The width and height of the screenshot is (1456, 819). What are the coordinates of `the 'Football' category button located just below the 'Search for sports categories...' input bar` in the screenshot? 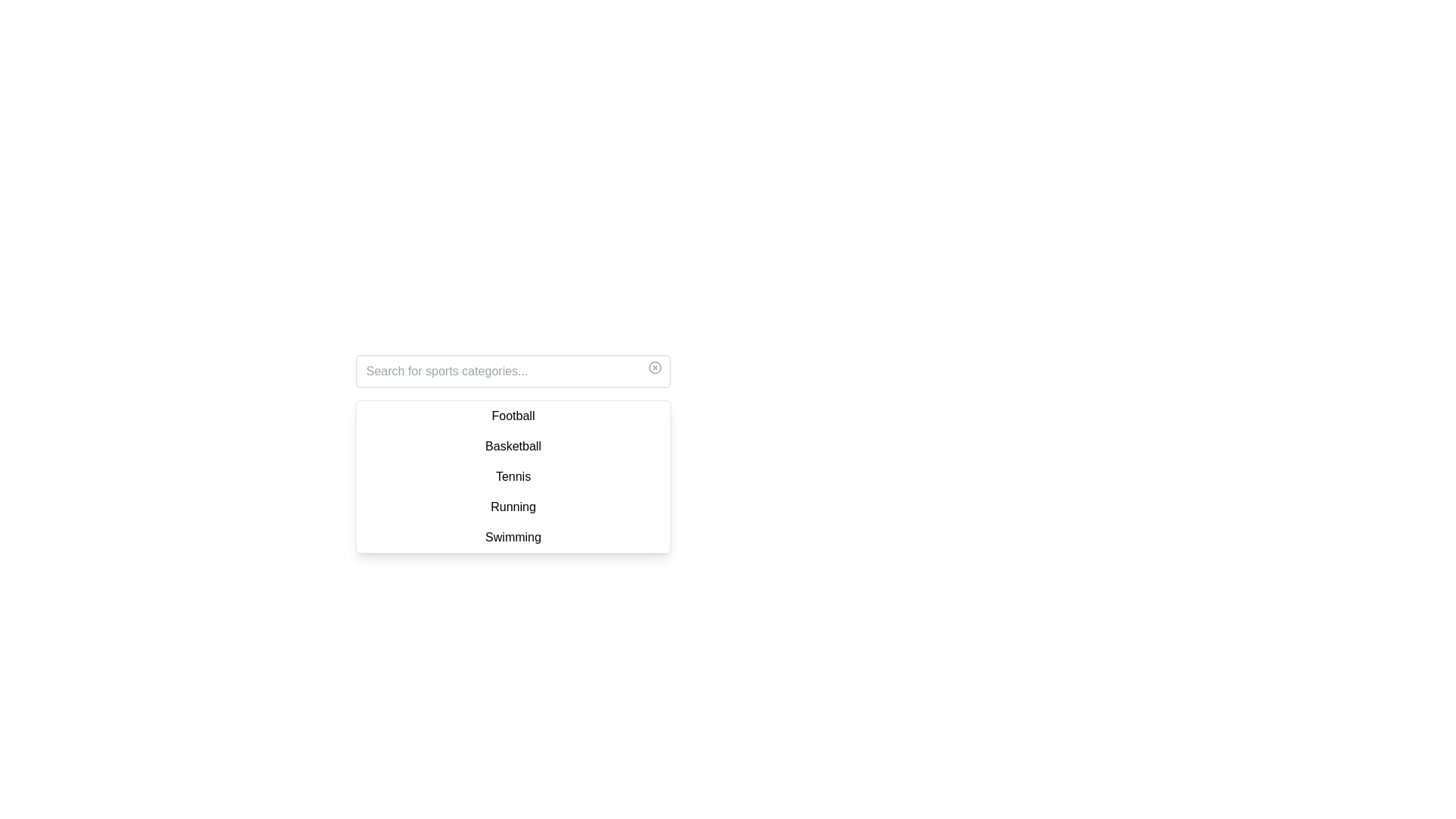 It's located at (513, 416).